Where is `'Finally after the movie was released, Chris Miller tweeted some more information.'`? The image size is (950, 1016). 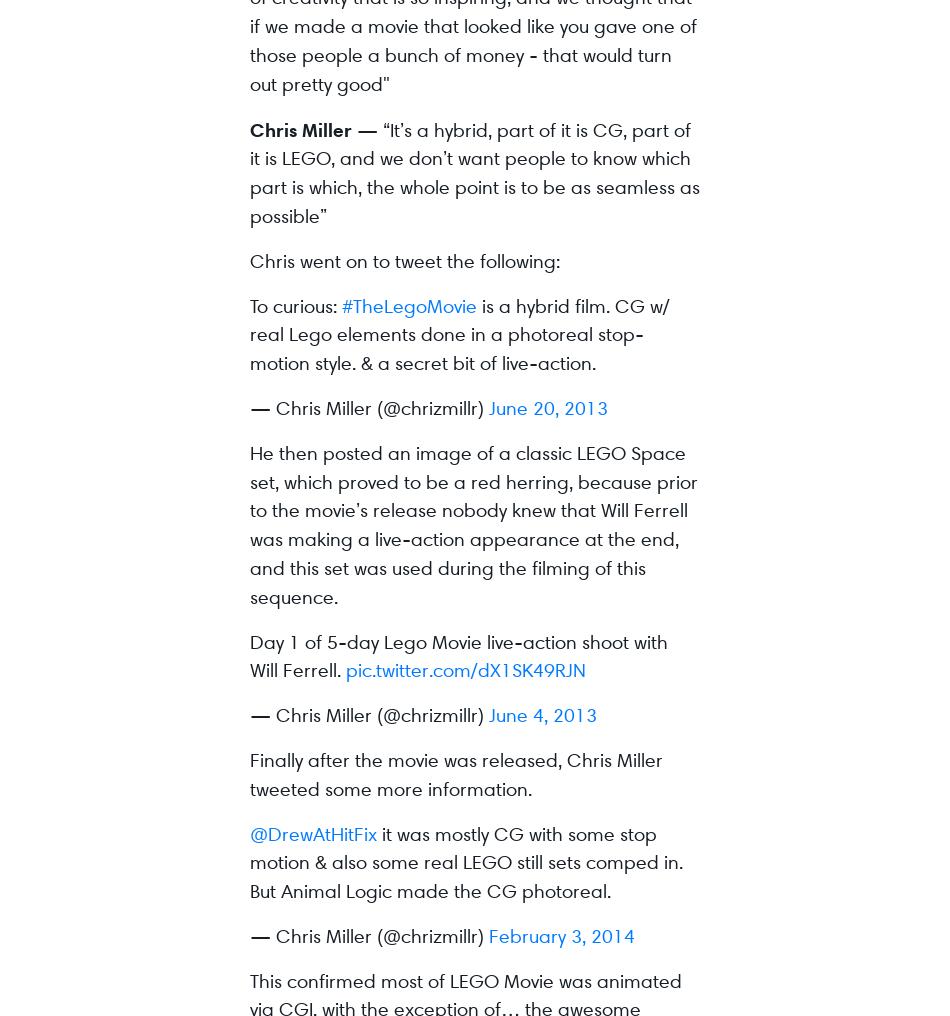 'Finally after the movie was released, Chris Miller tweeted some more information.' is located at coordinates (455, 772).